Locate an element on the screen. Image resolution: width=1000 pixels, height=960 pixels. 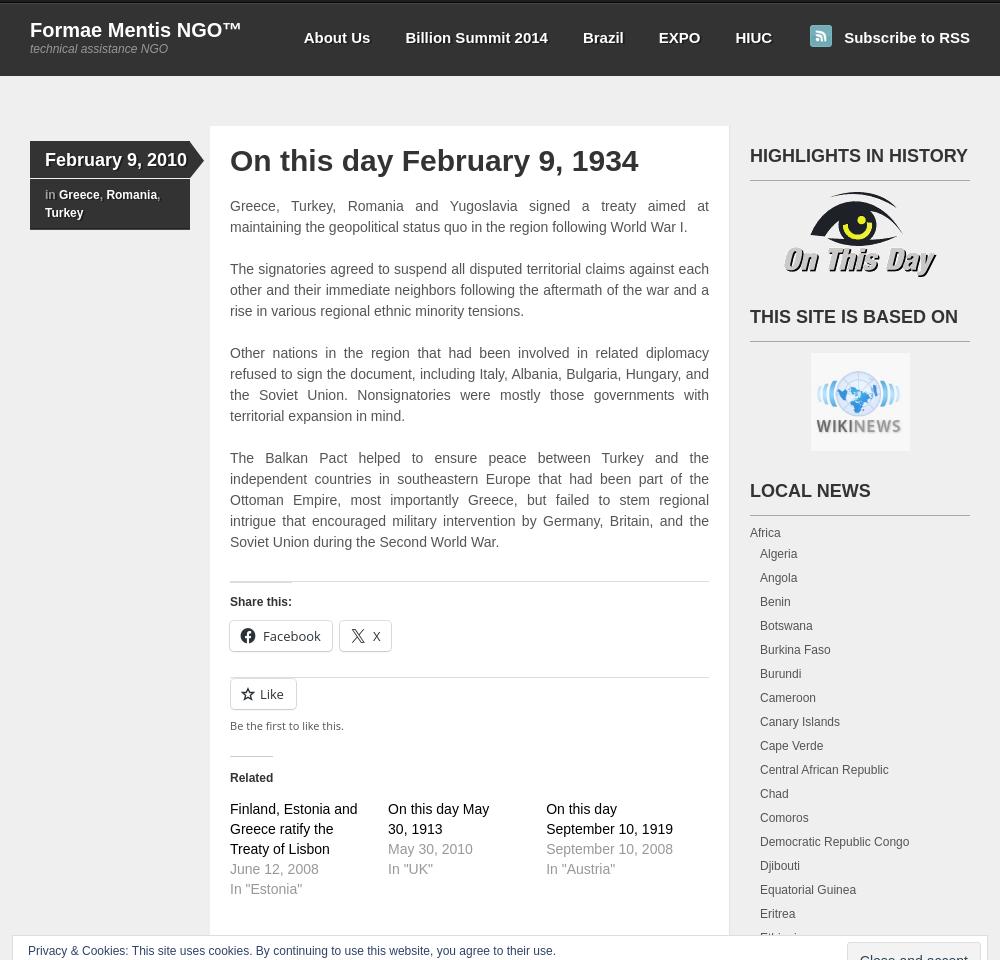
'ethnic' is located at coordinates (372, 311).